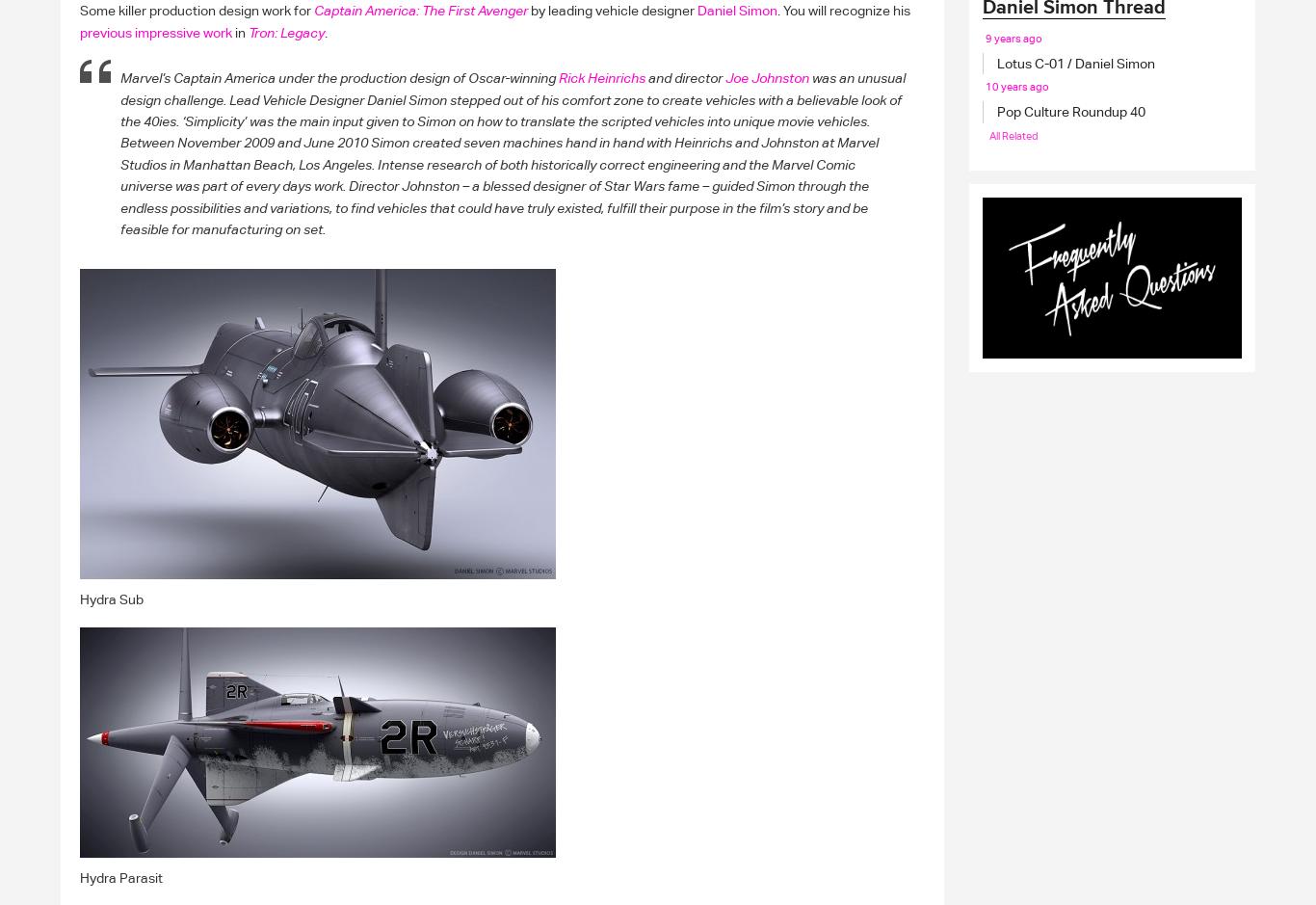  Describe the element at coordinates (110, 598) in the screenshot. I see `'Hydra Sub'` at that location.